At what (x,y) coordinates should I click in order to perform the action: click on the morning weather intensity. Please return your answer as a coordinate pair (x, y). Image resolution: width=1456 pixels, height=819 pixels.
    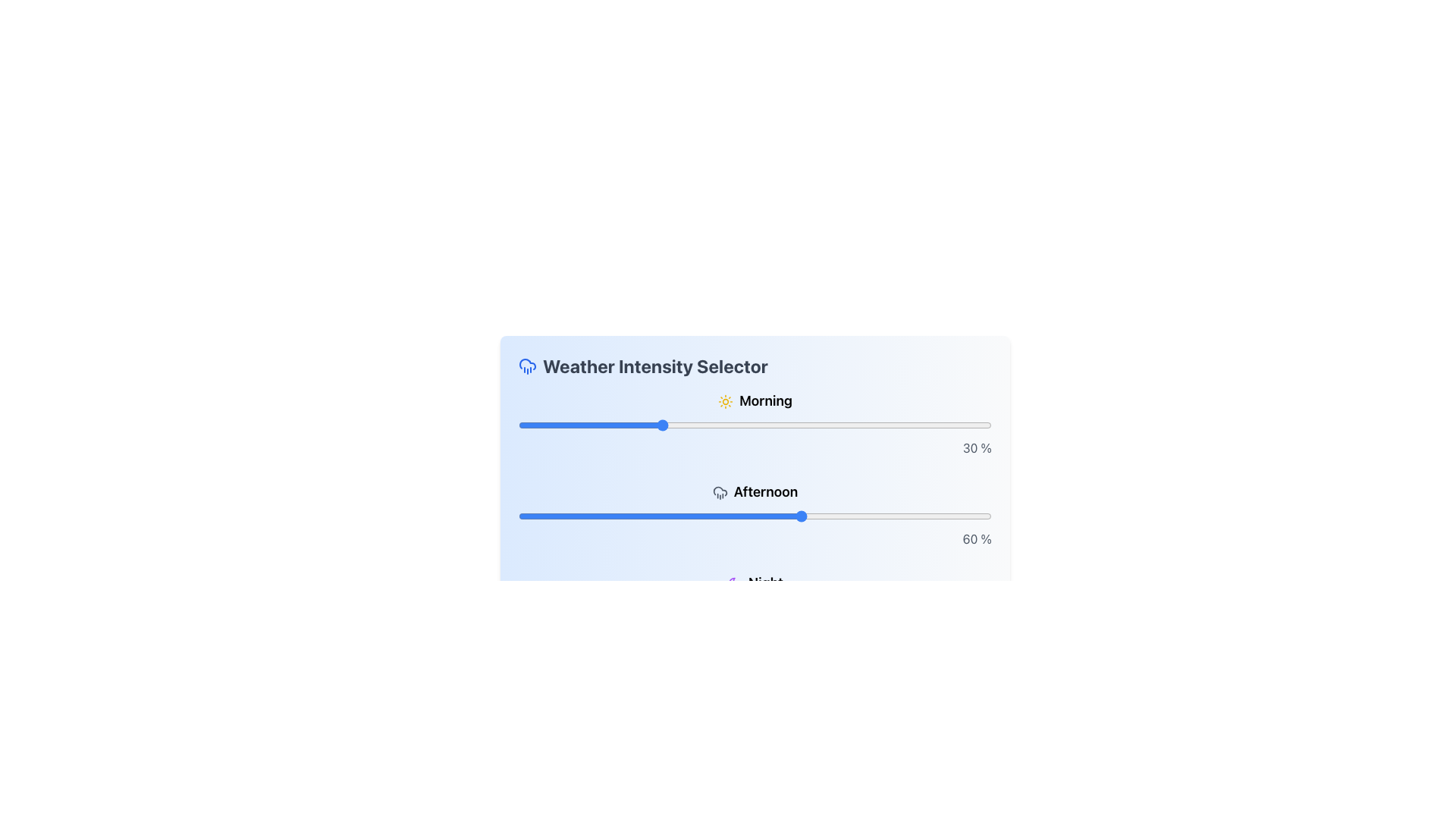
    Looking at the image, I should click on (717, 425).